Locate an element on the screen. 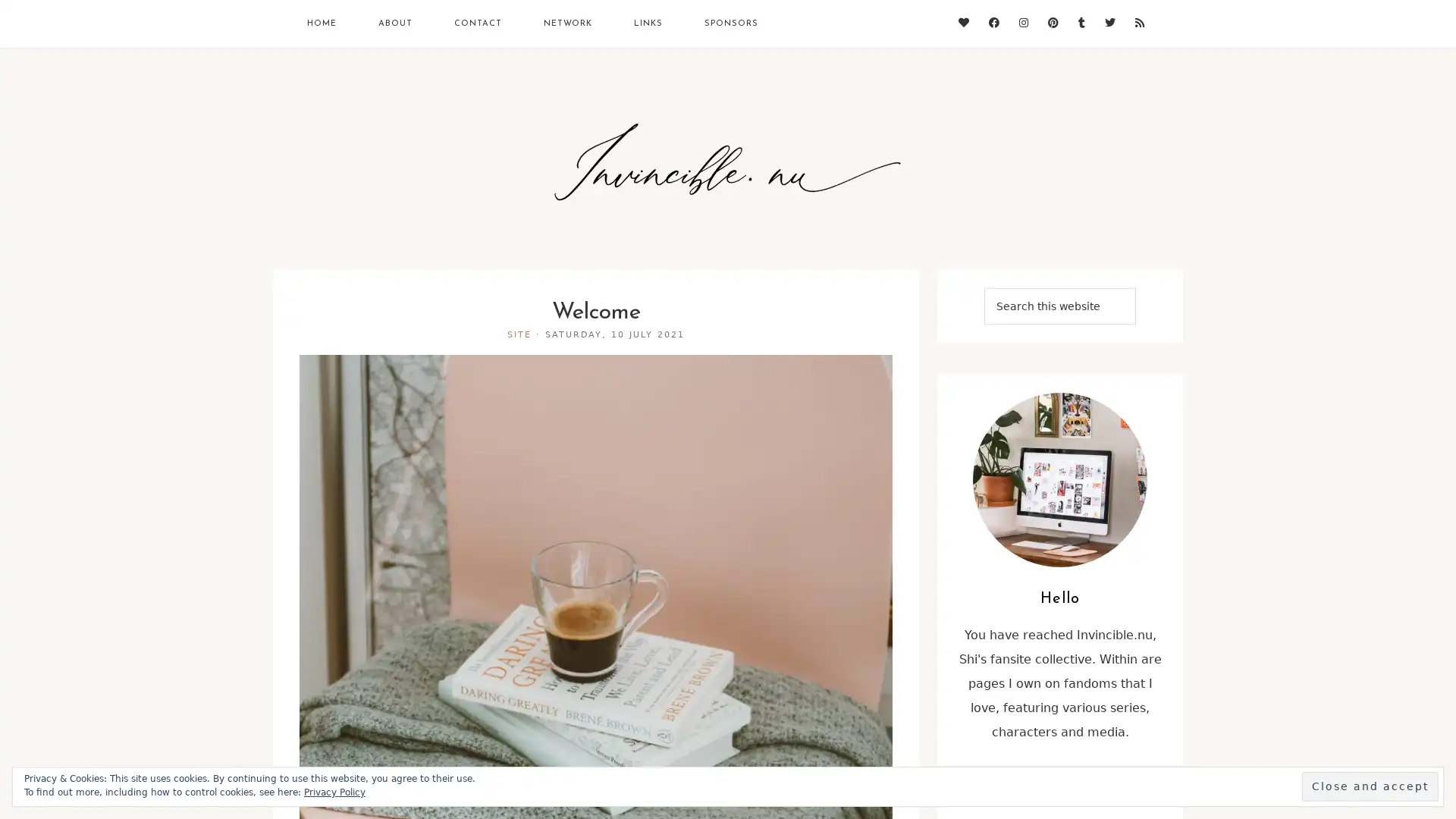  Close and accept is located at coordinates (1370, 786).